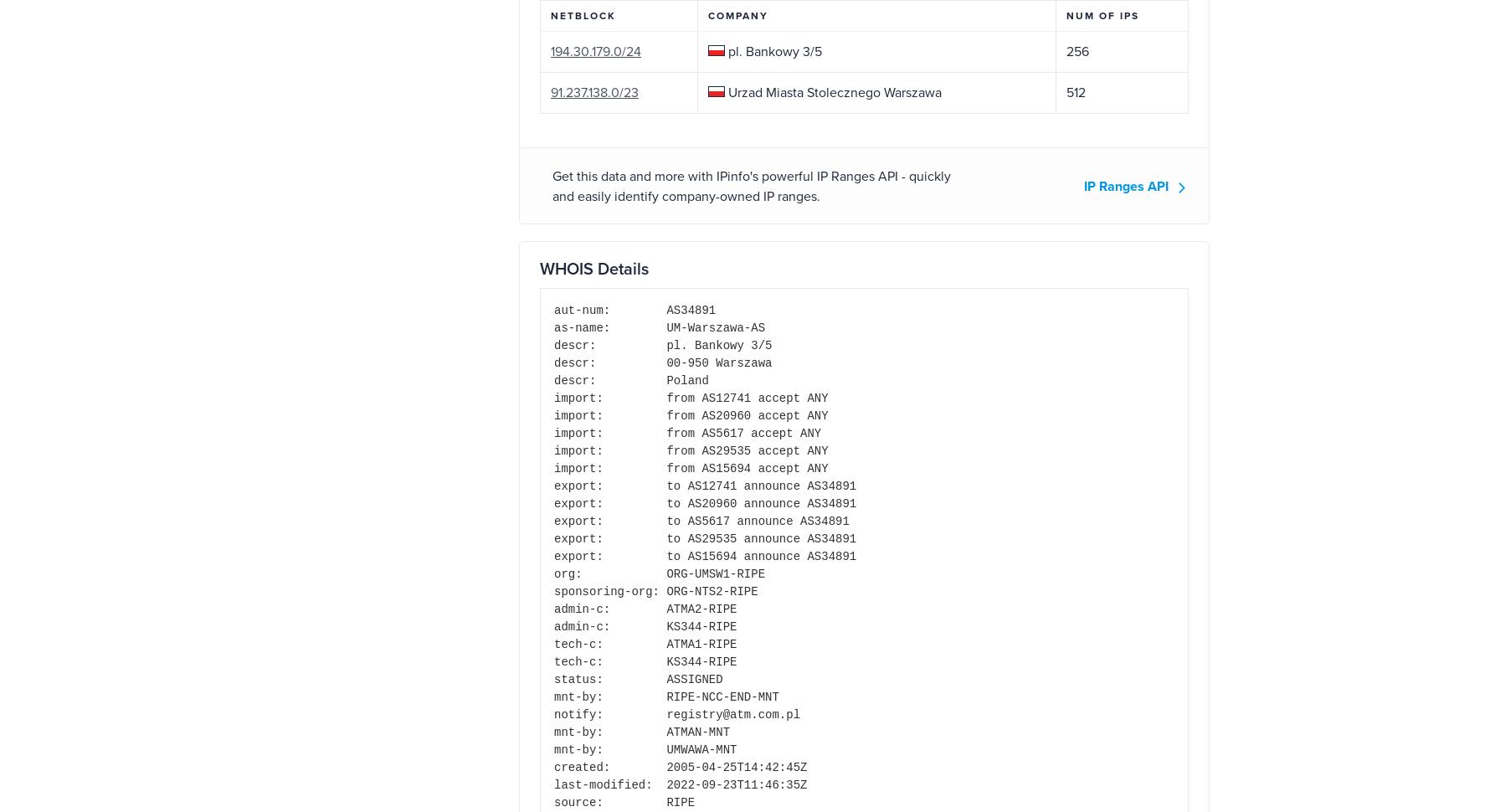 The image size is (1490, 812). I want to click on 'Our IP tools', so click(355, 198).